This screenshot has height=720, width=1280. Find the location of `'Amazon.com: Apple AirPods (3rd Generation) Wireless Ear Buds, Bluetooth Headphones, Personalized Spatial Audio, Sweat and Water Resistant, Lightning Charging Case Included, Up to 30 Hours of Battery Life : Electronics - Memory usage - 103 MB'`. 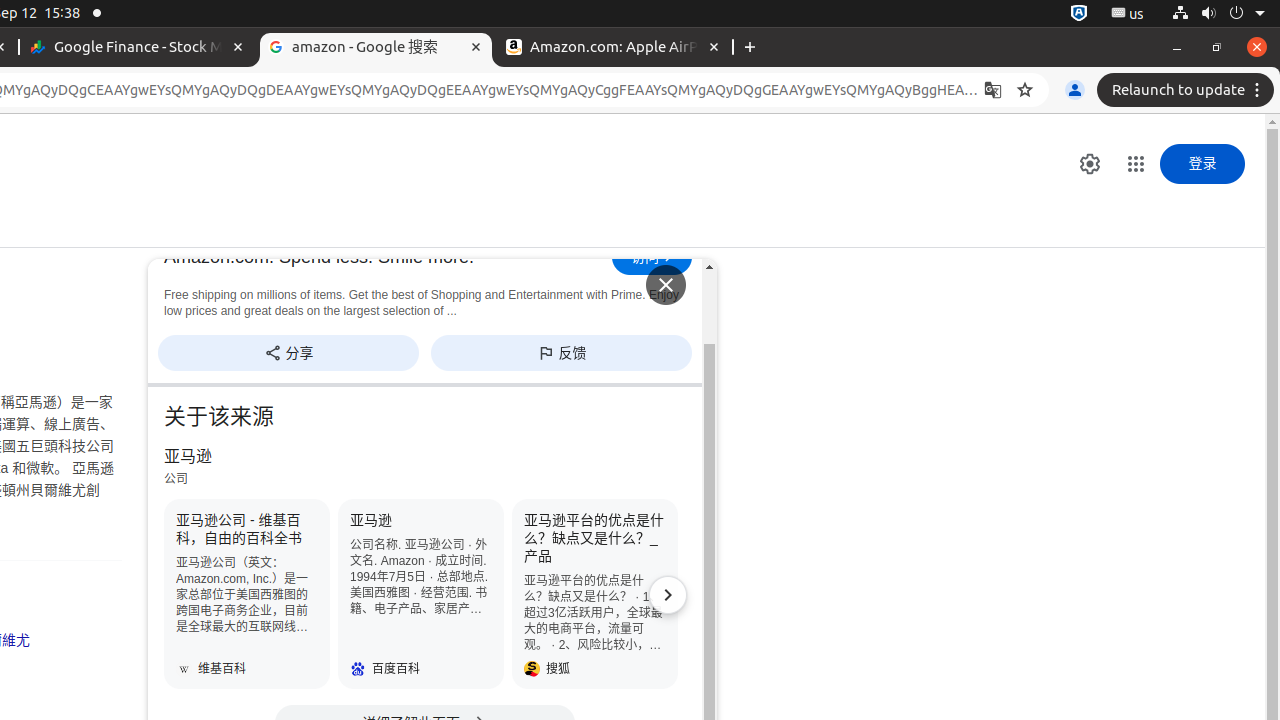

'Amazon.com: Apple AirPods (3rd Generation) Wireless Ear Buds, Bluetooth Headphones, Personalized Spatial Audio, Sweat and Water Resistant, Lightning Charging Case Included, Up to 30 Hours of Battery Life : Electronics - Memory usage - 103 MB' is located at coordinates (613, 46).